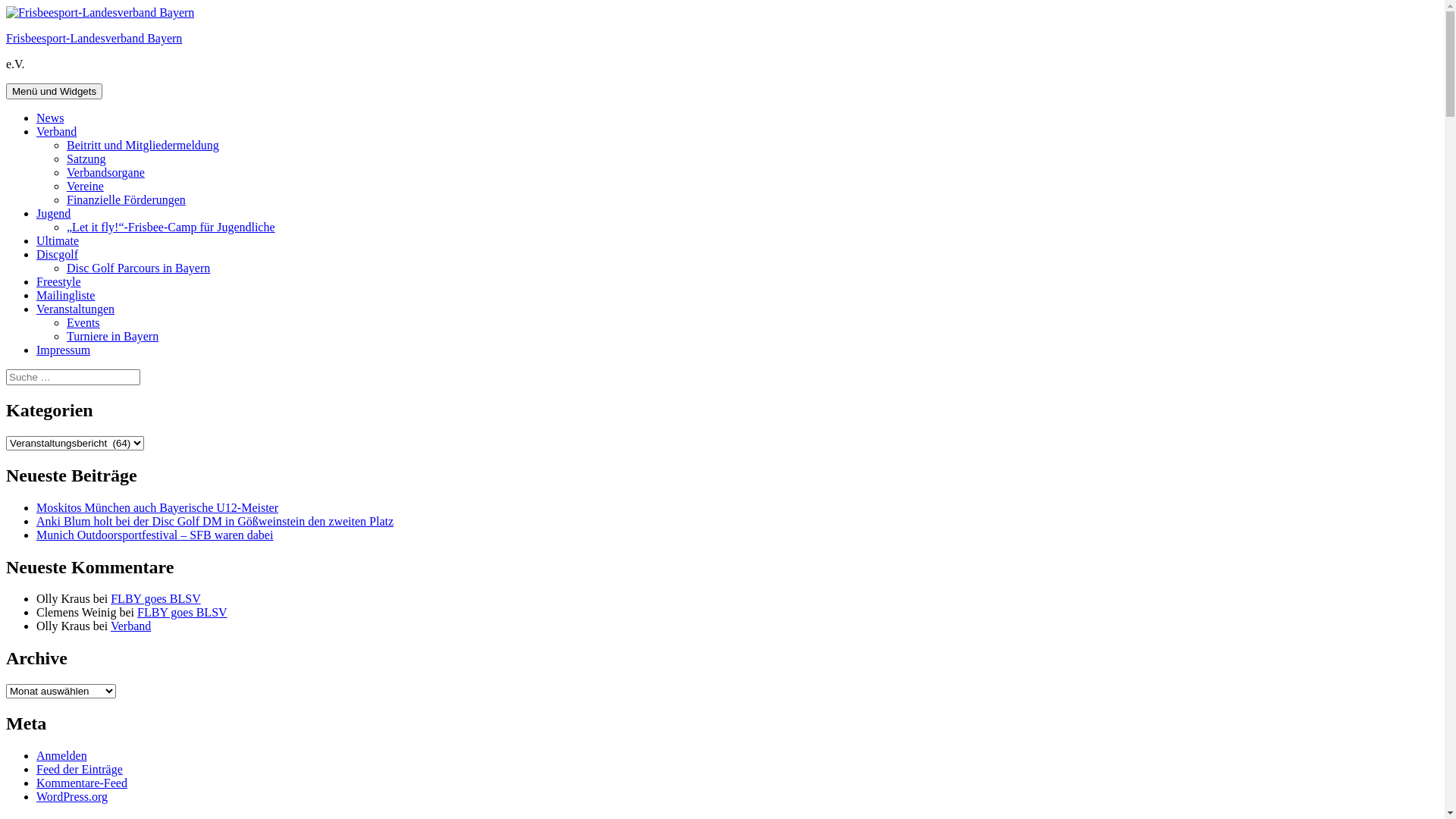  What do you see at coordinates (182, 611) in the screenshot?
I see `'FLBY goes BLSV'` at bounding box center [182, 611].